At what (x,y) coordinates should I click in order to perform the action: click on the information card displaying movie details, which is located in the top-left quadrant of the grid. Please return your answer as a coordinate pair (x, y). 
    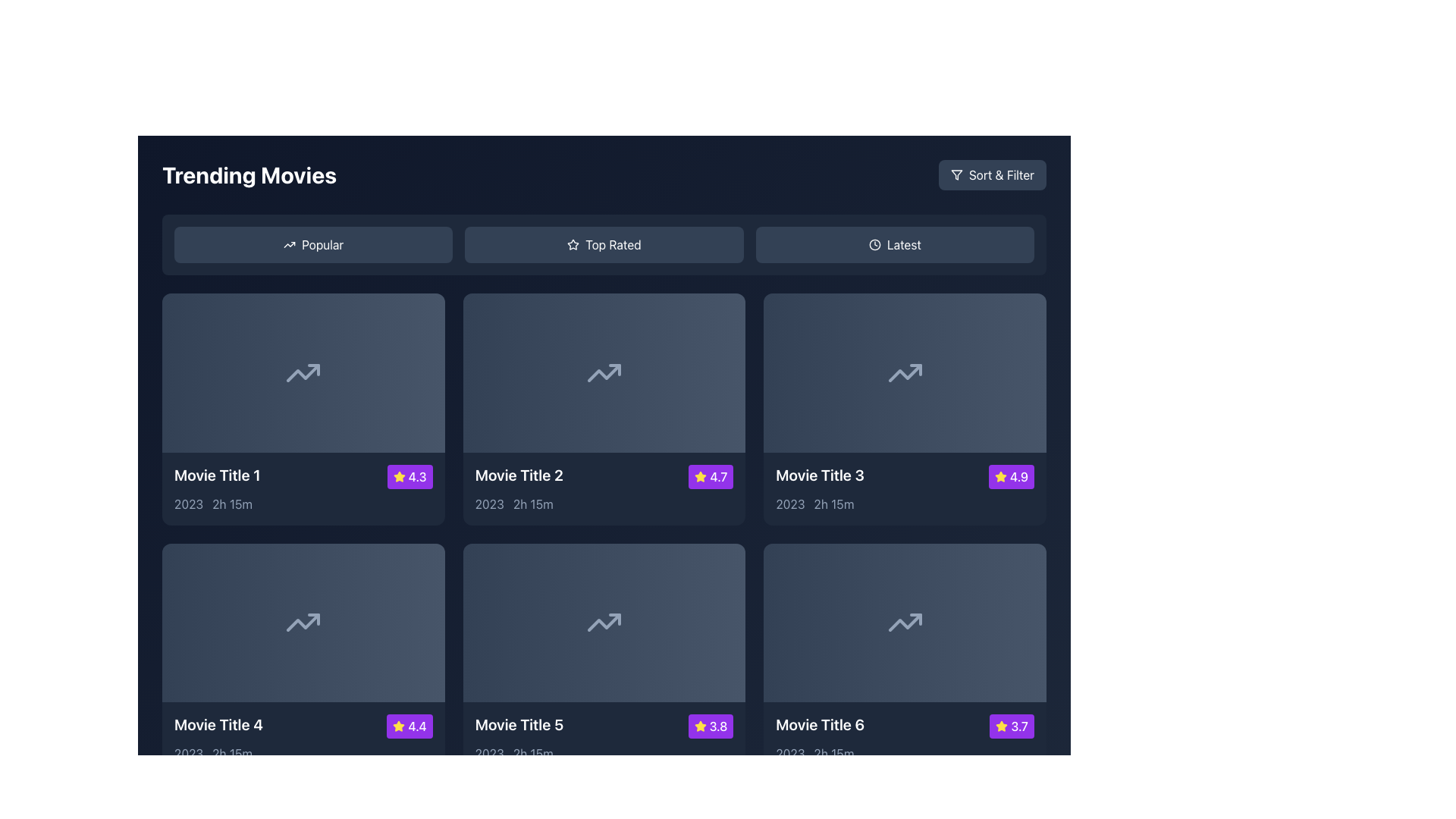
    Looking at the image, I should click on (303, 488).